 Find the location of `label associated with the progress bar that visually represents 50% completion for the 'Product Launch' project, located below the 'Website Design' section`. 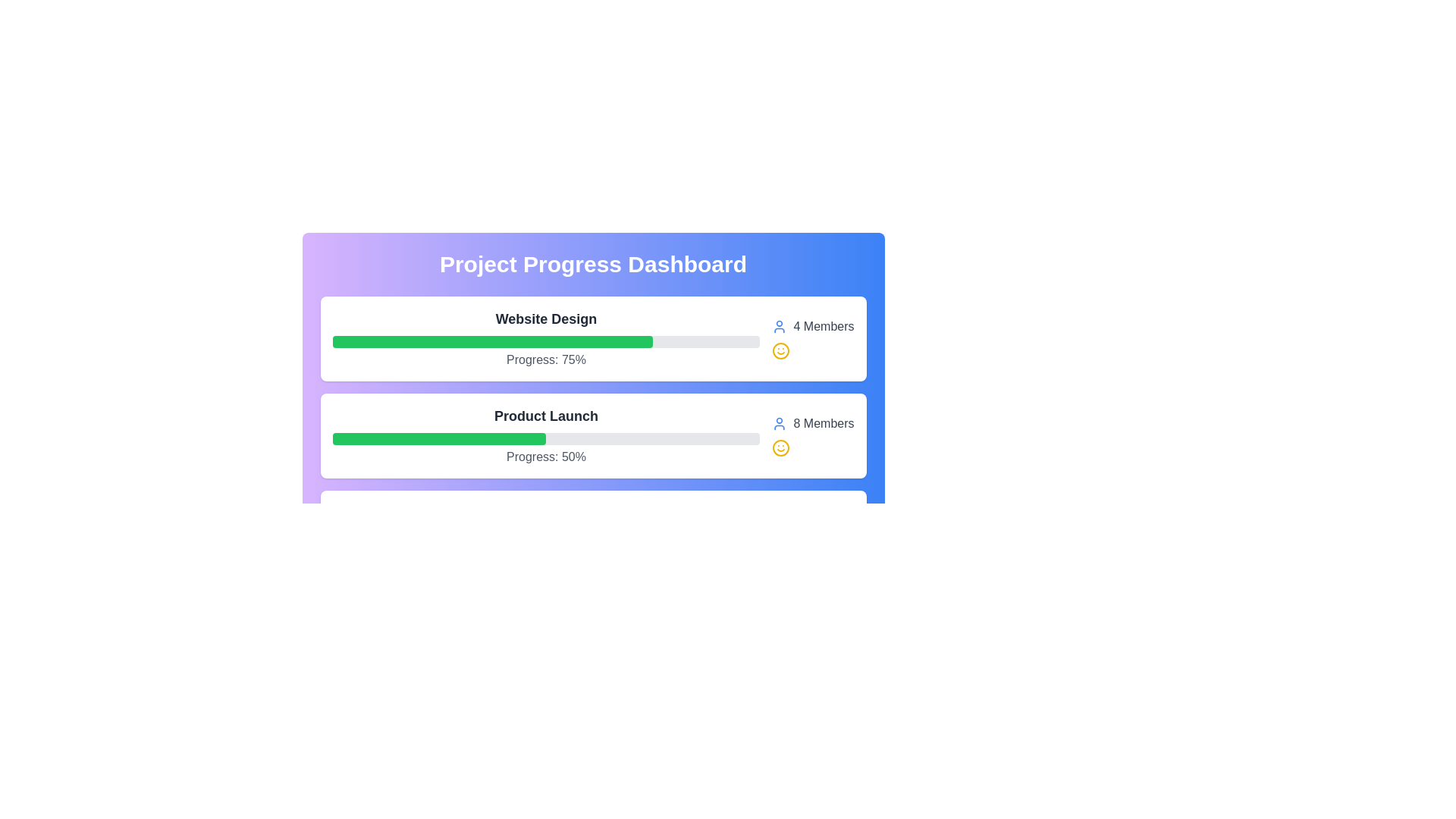

label associated with the progress bar that visually represents 50% completion for the 'Product Launch' project, located below the 'Website Design' section is located at coordinates (438, 438).